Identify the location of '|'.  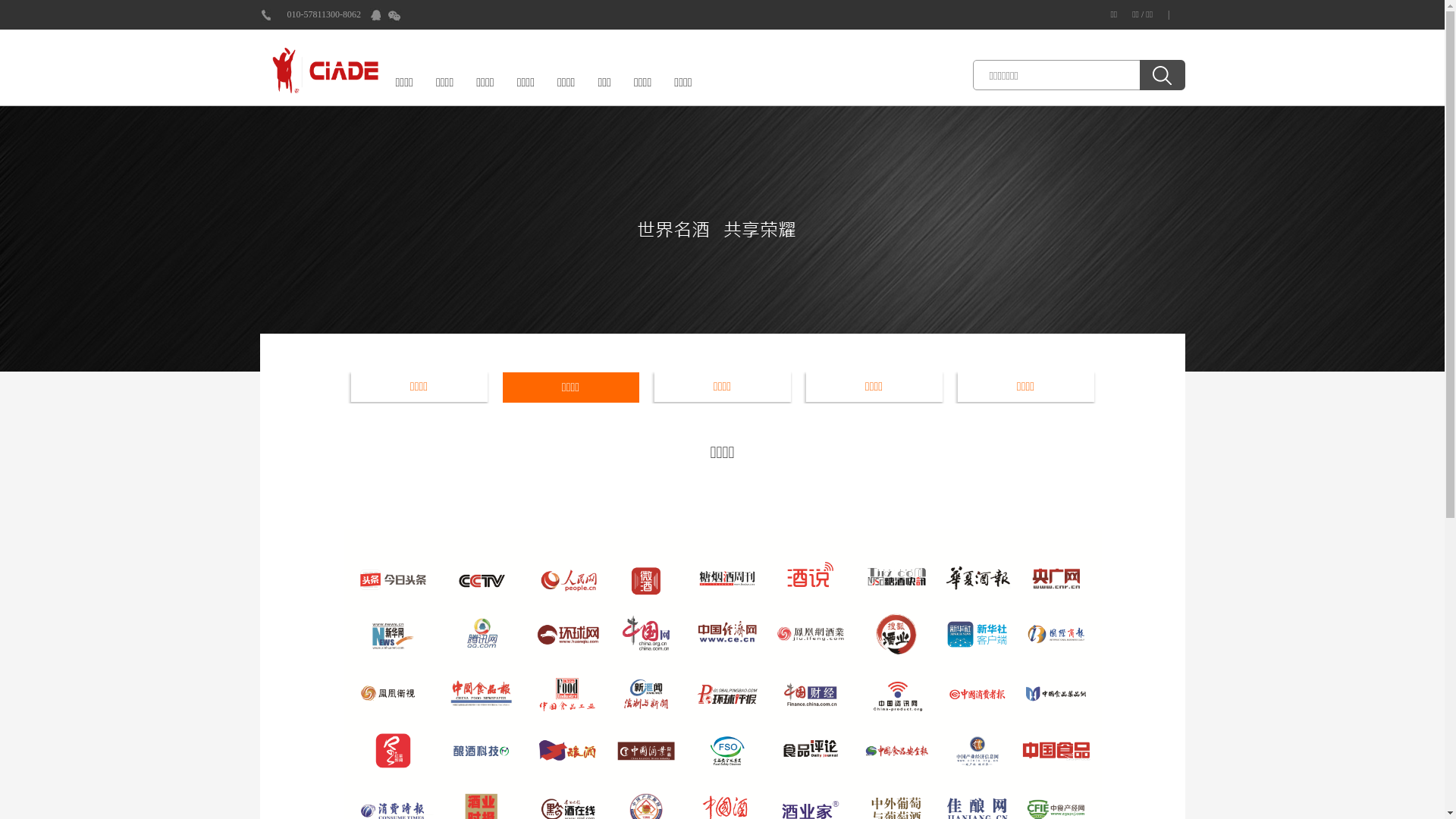
(1167, 14).